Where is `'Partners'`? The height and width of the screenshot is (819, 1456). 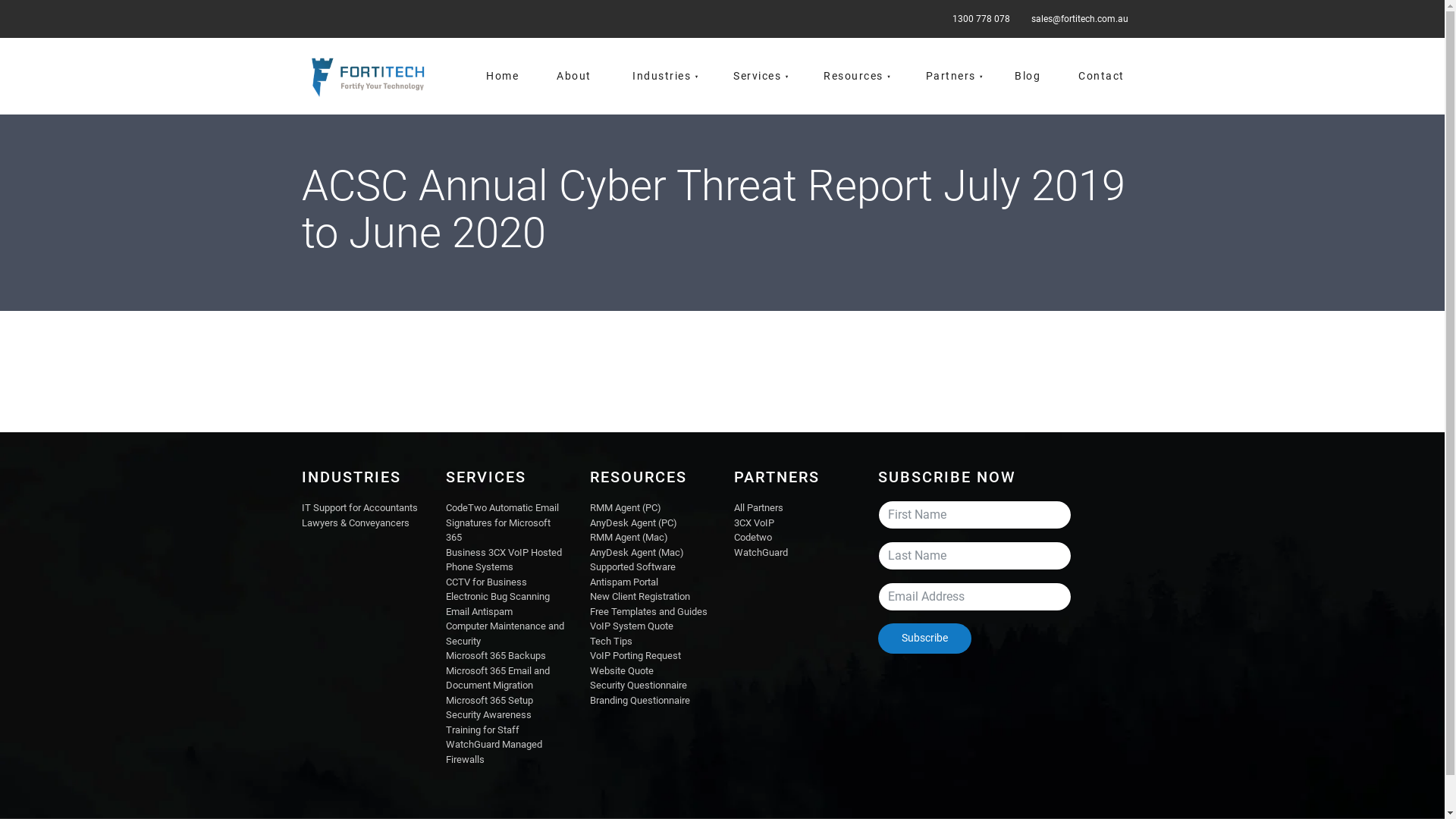 'Partners' is located at coordinates (949, 76).